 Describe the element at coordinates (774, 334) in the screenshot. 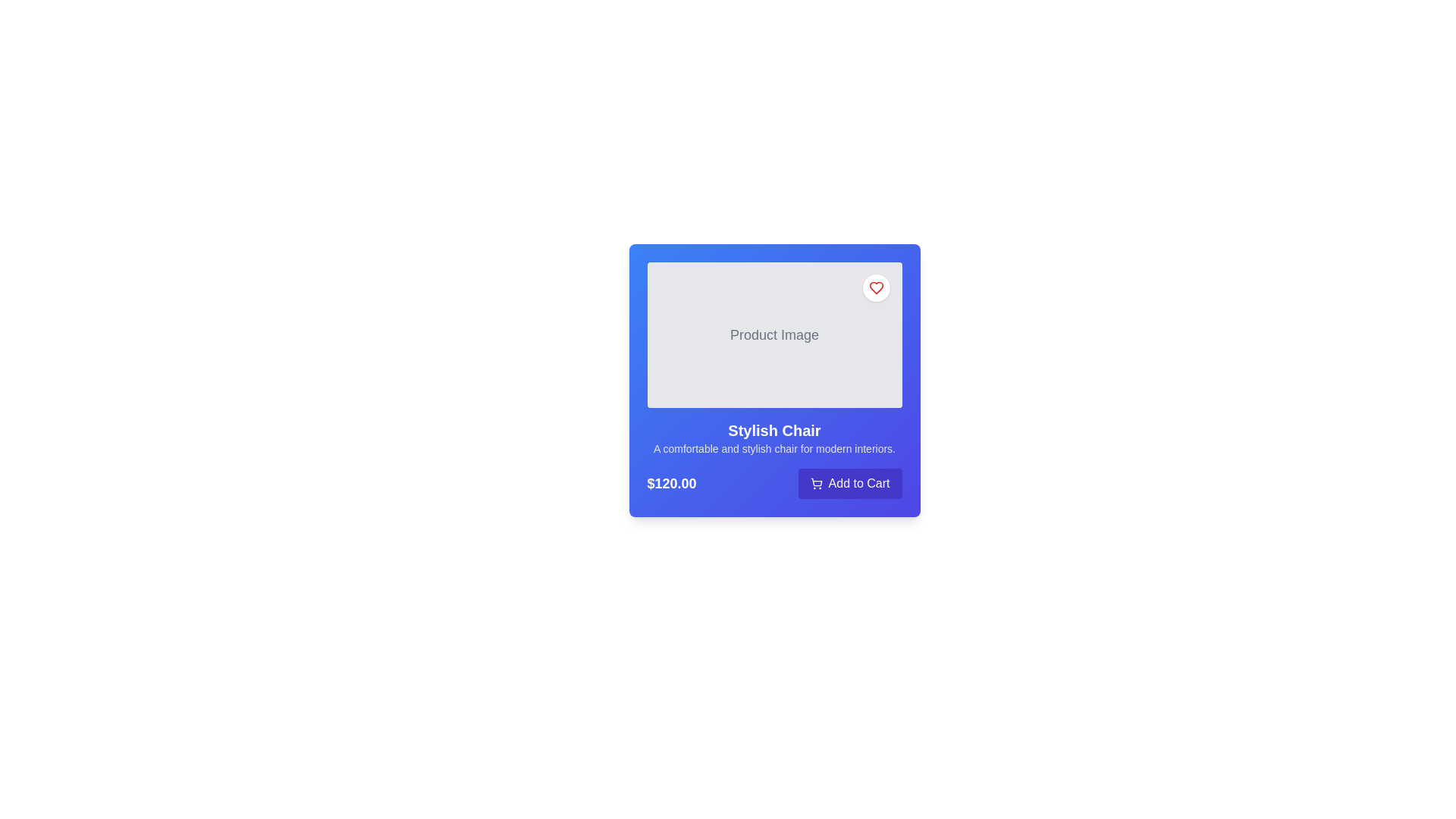

I see `the static text label that reads 'Product Image', which is displayed in gray text on a light gray background, located in the upper-middle segment of a card-like component` at that location.